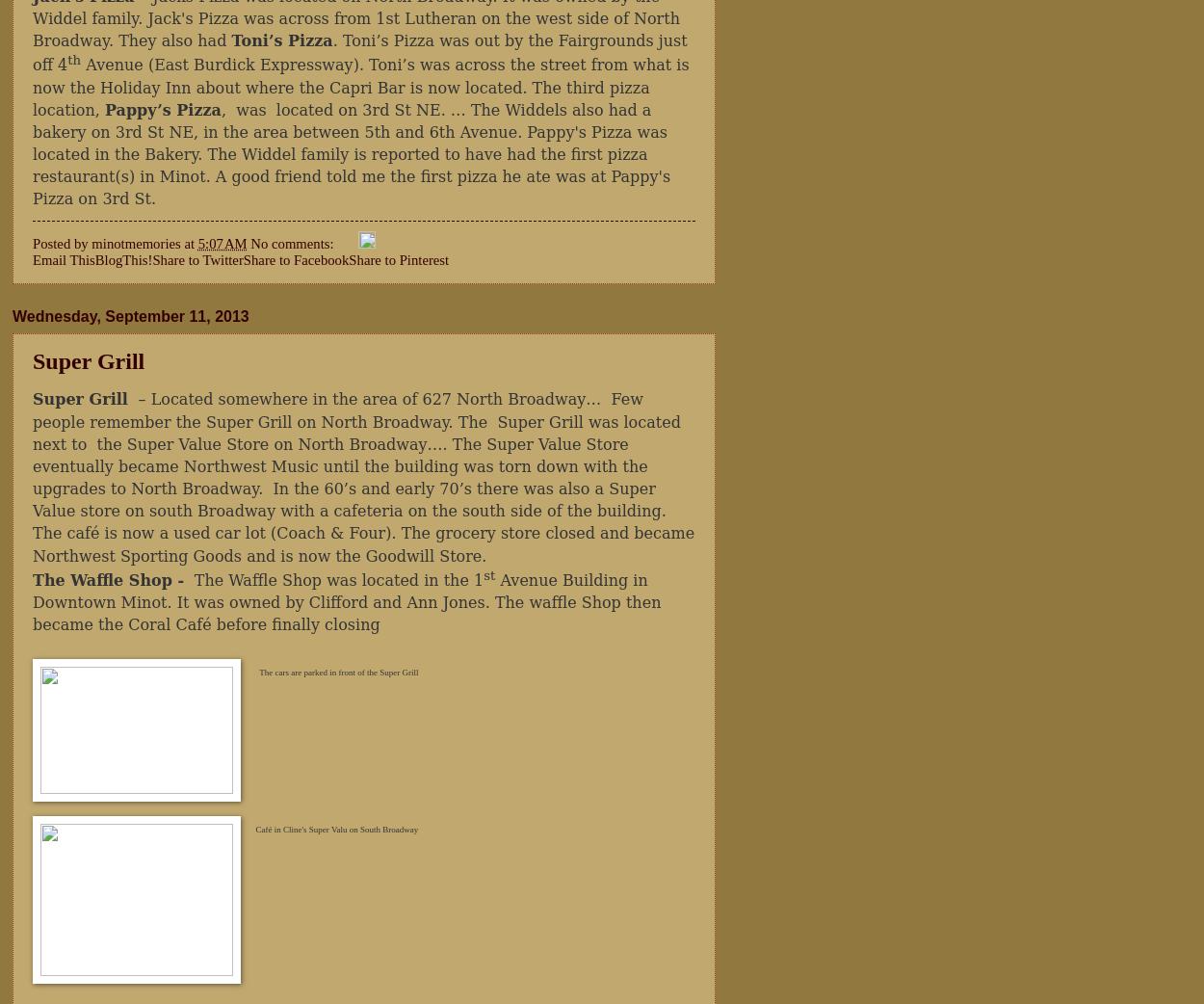  What do you see at coordinates (281, 39) in the screenshot?
I see `'Toni’s Pizza'` at bounding box center [281, 39].